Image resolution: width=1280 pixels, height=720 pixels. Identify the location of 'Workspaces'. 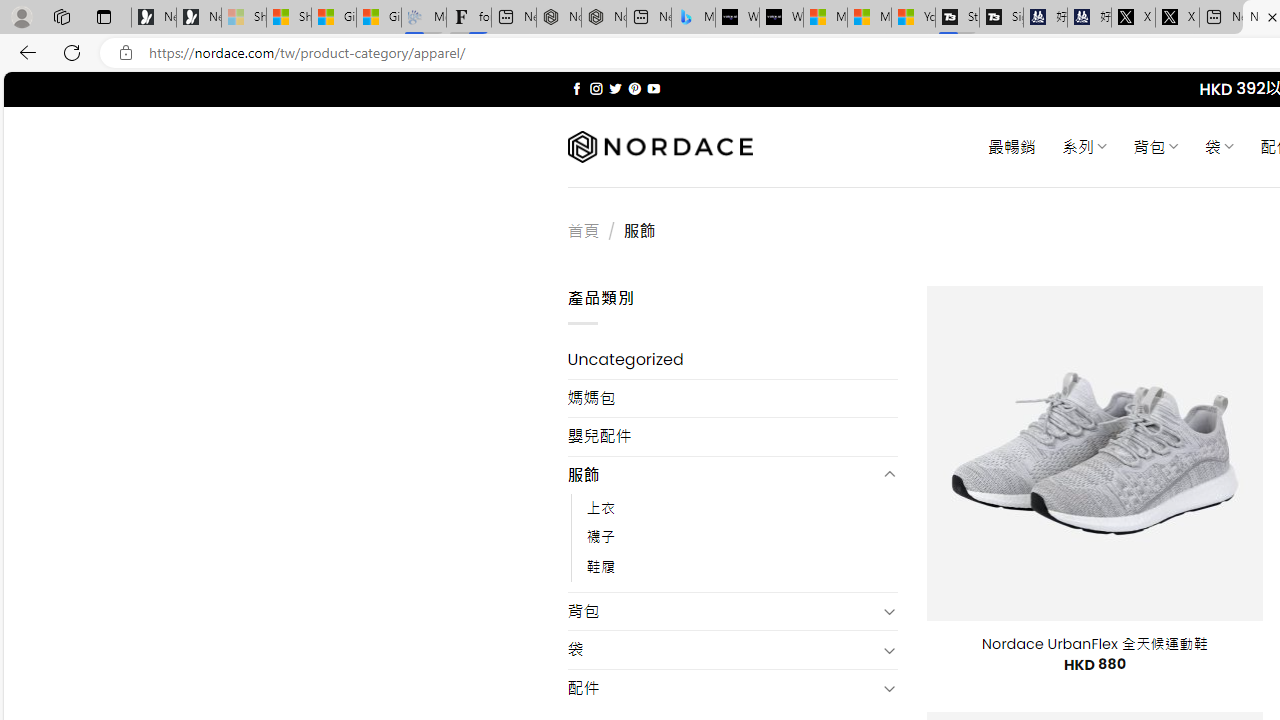
(61, 16).